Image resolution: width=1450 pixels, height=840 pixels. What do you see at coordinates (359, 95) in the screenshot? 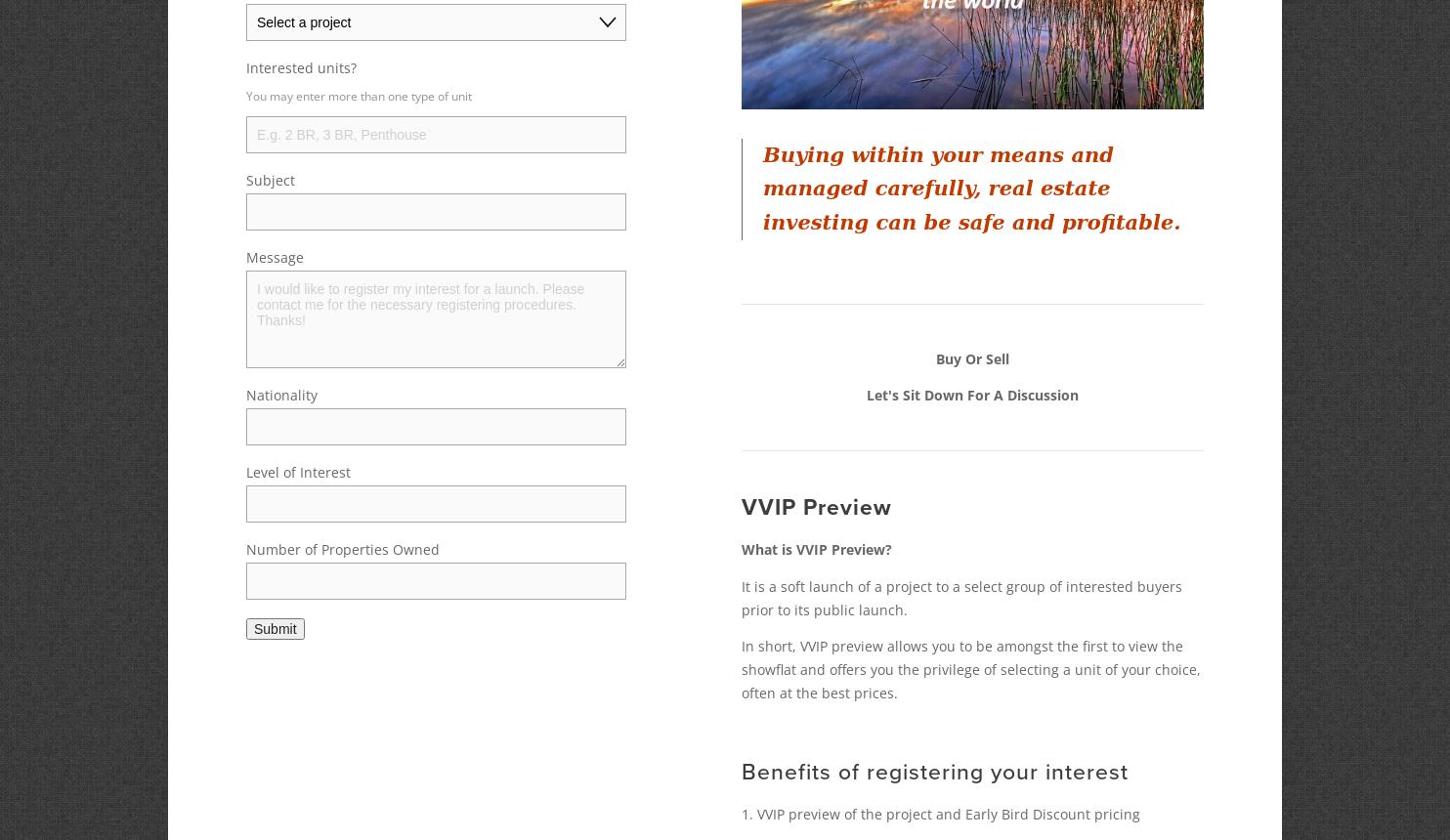
I see `'You may enter more than one type of unit'` at bounding box center [359, 95].